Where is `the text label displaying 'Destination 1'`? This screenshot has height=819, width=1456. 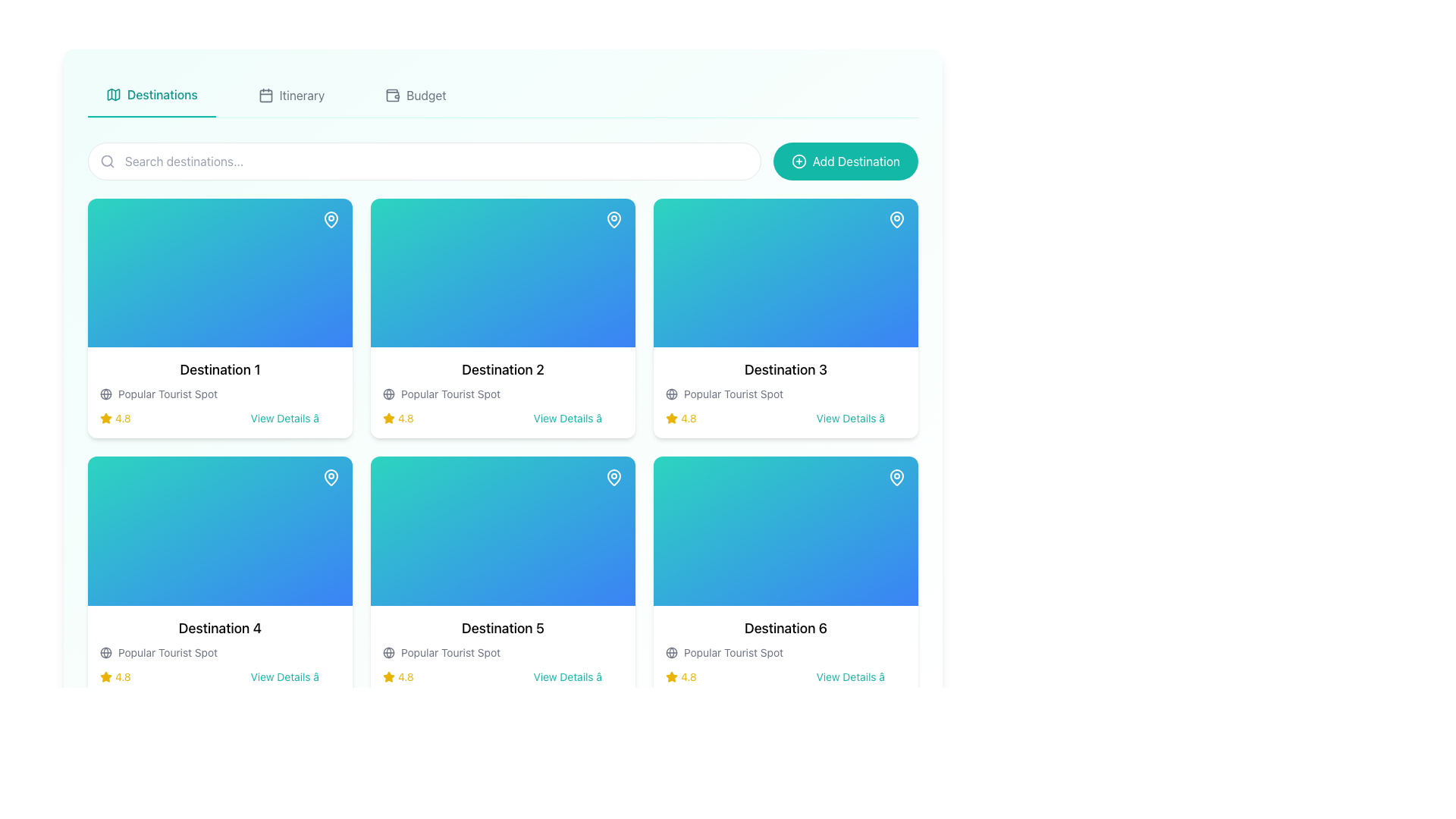 the text label displaying 'Destination 1' is located at coordinates (219, 370).